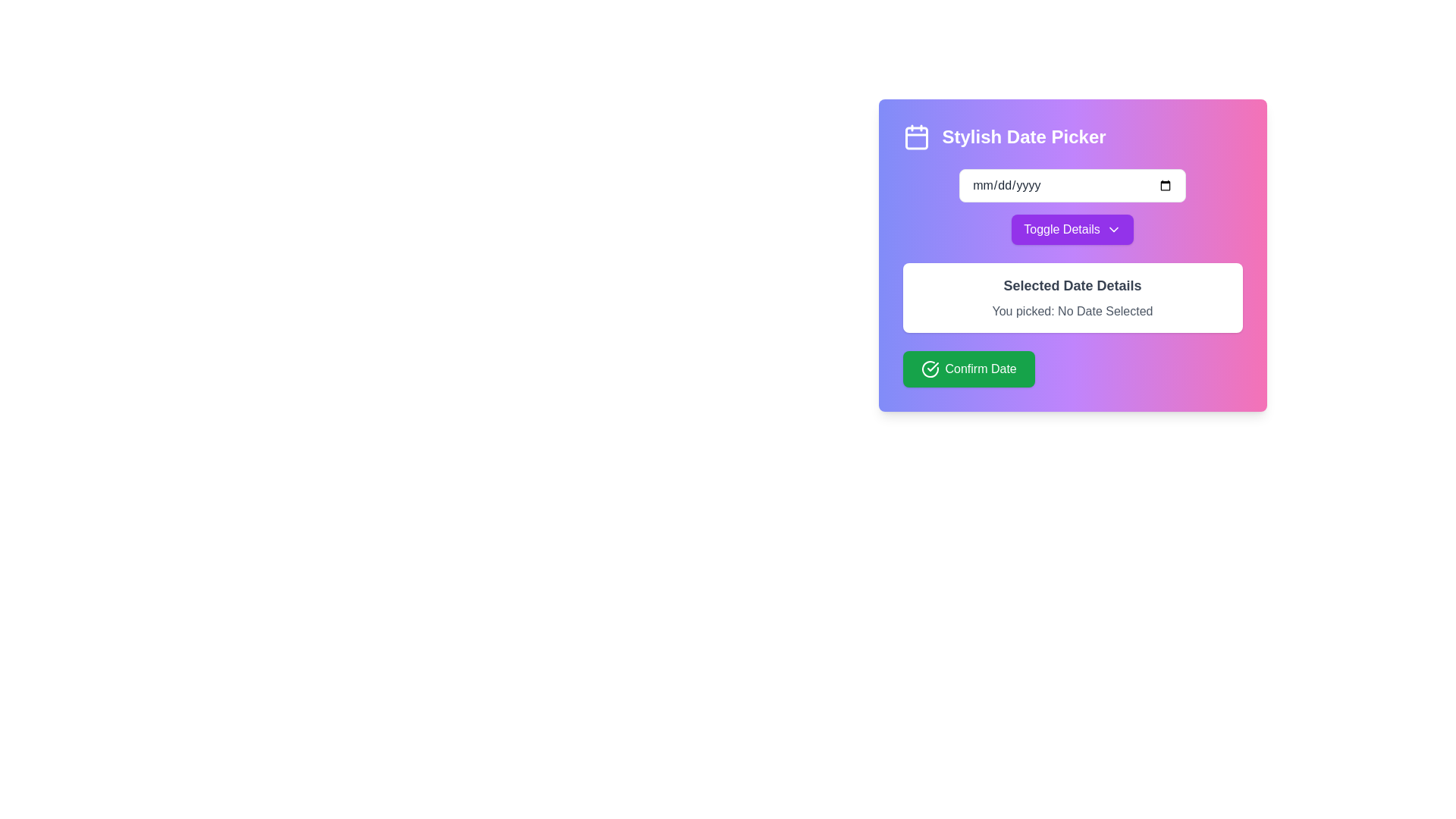  I want to click on the calendar icon with a purple background, located at the far left of the 'Stylish Date Picker' component, so click(915, 137).